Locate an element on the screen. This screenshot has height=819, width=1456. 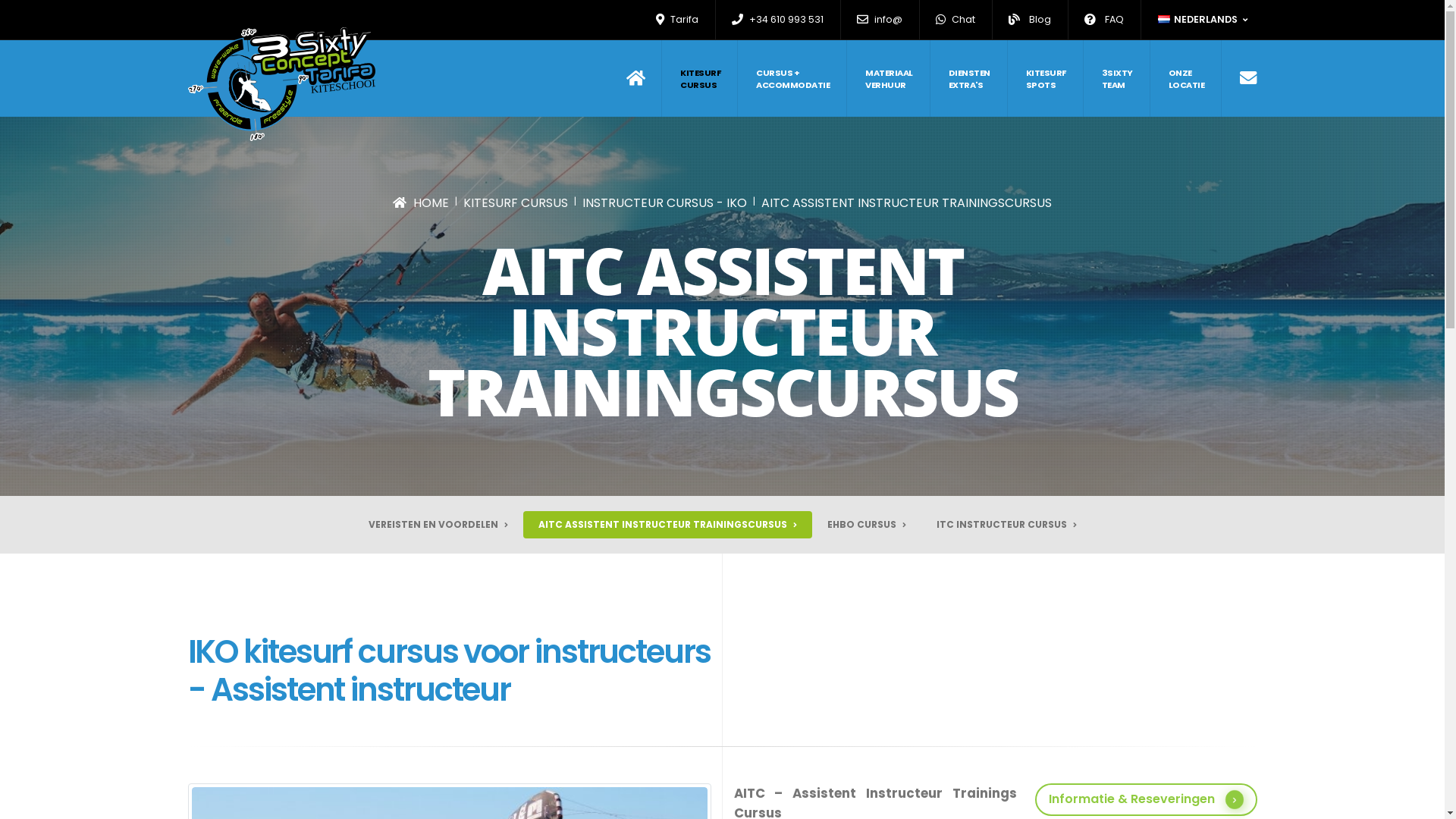
'+34 610 993 531' is located at coordinates (723, 20).